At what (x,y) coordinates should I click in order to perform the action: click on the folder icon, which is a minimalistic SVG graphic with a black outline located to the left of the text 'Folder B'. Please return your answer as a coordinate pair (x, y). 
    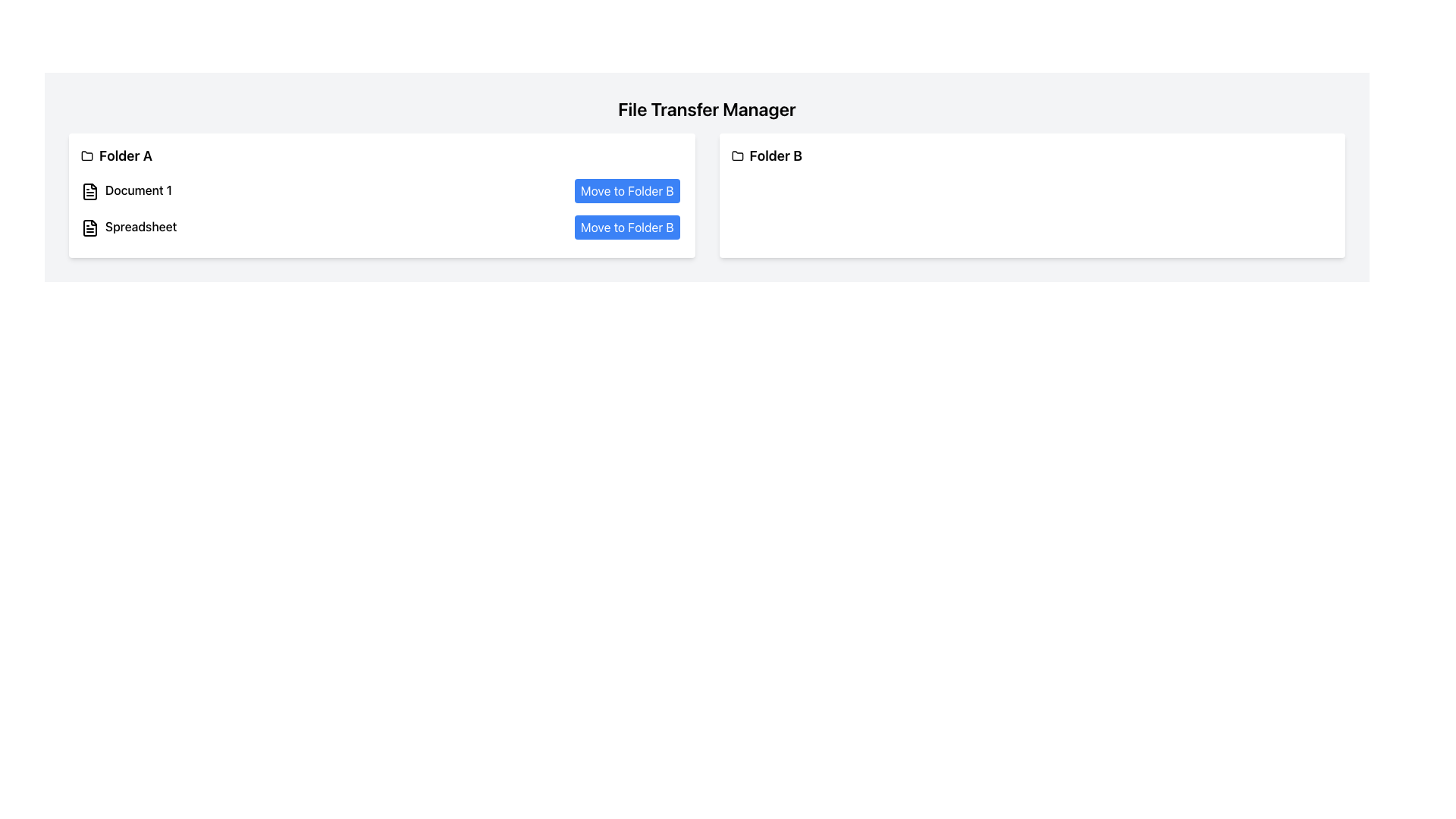
    Looking at the image, I should click on (737, 155).